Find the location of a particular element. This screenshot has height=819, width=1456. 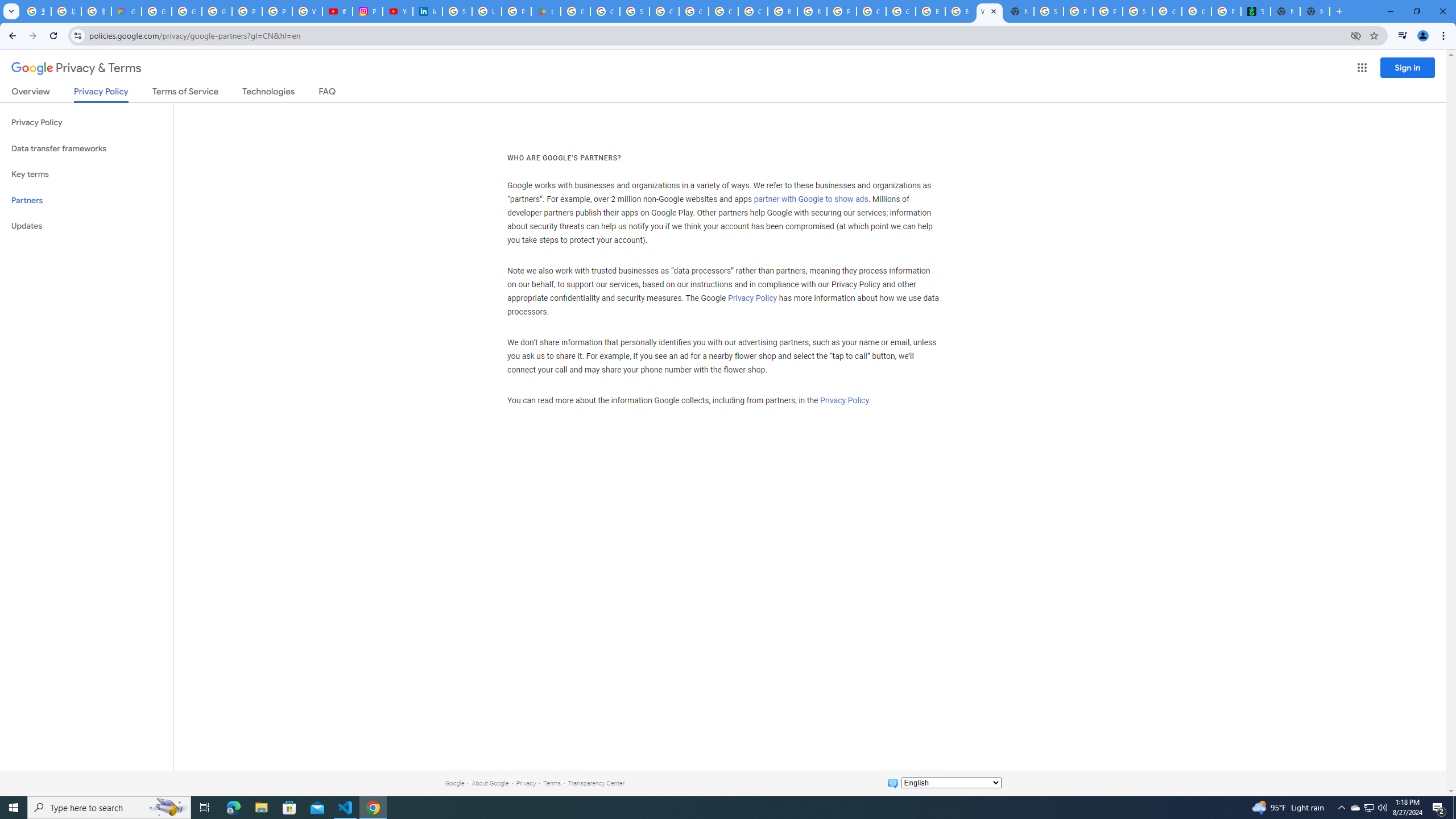

'Privacy' is located at coordinates (526, 783).